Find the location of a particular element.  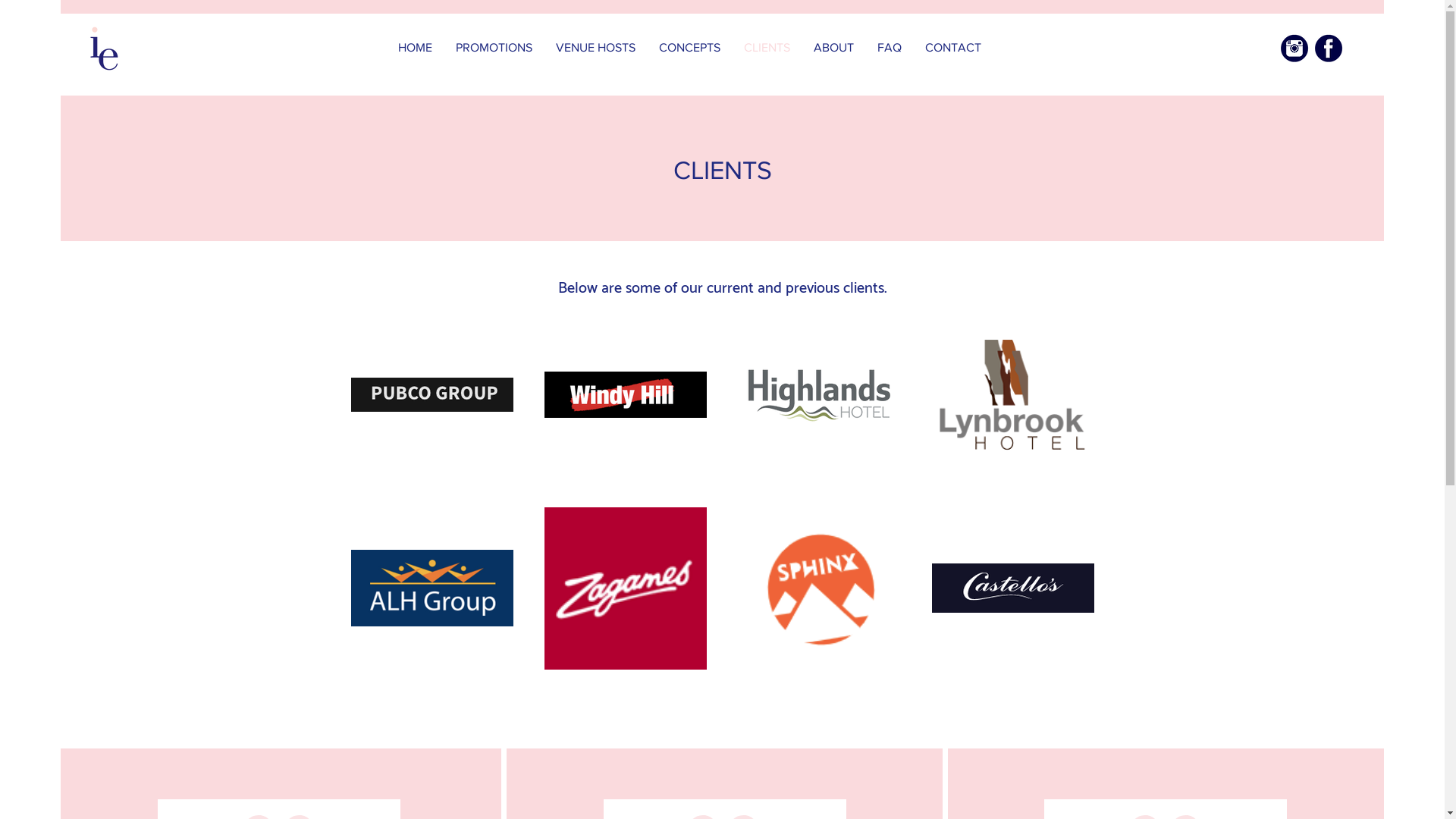

'CONCEPTS' is located at coordinates (689, 46).